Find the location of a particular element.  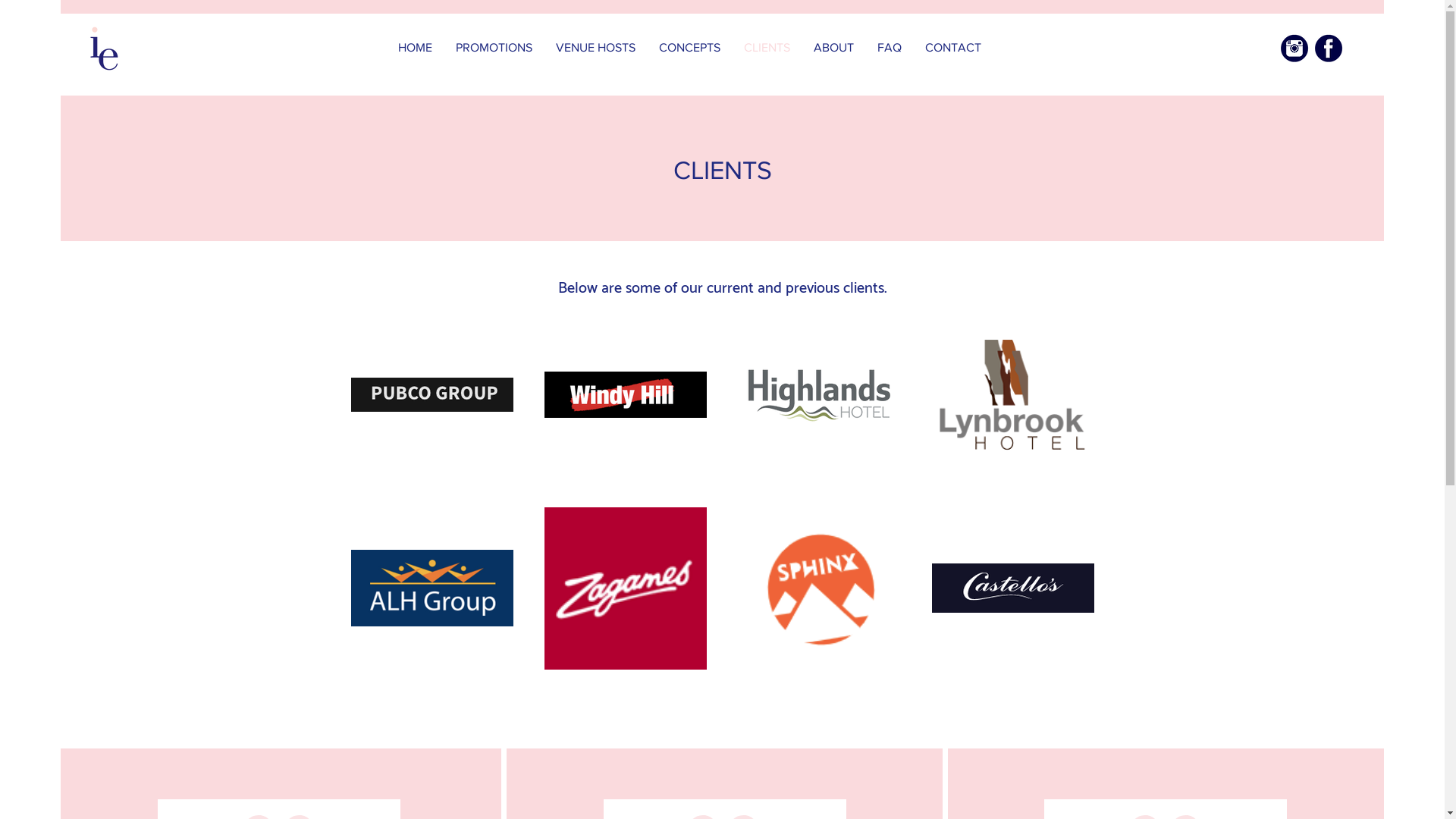

'CONCEPTS' is located at coordinates (689, 46).